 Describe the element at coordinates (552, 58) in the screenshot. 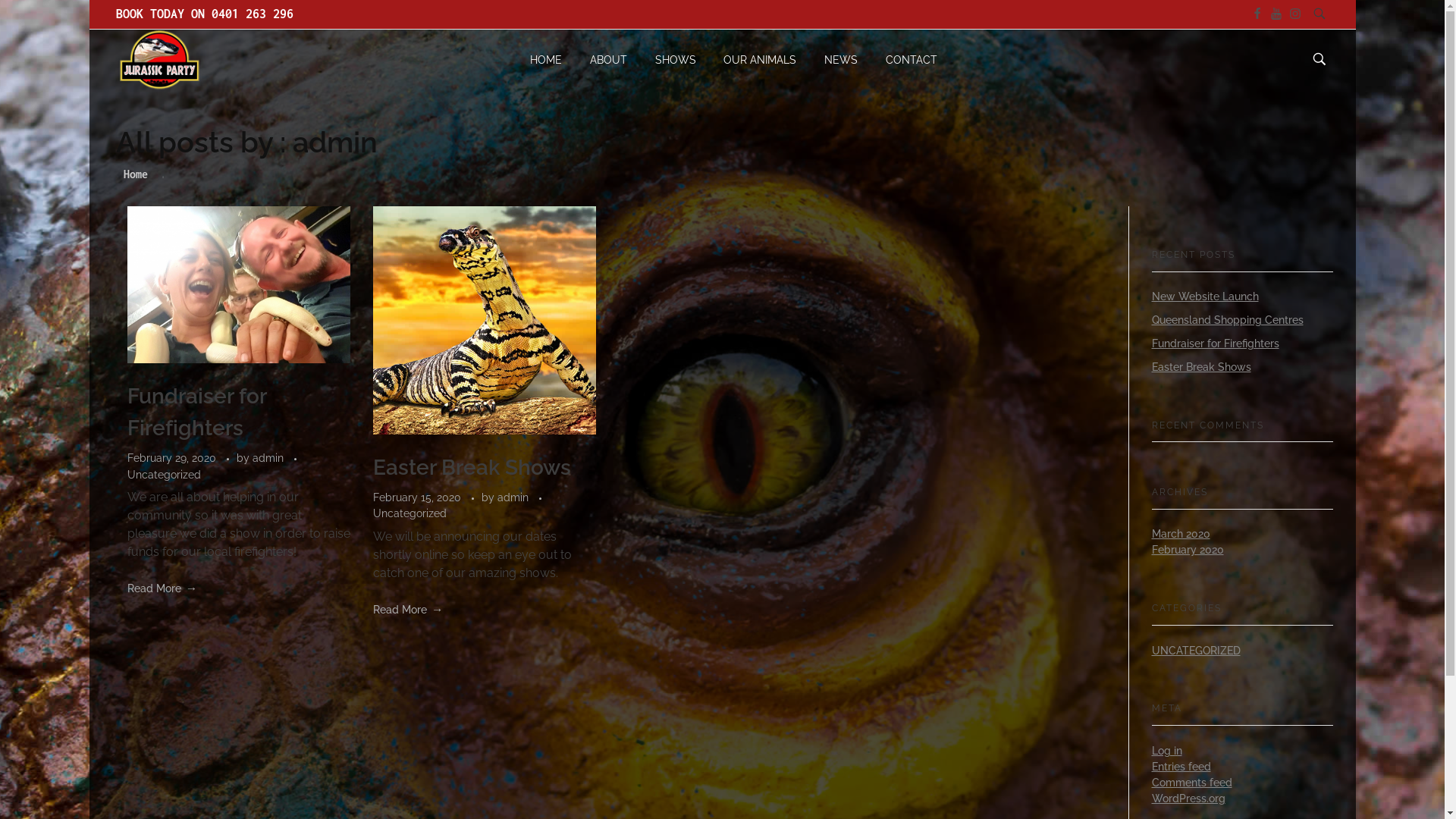

I see `'HOME'` at that location.